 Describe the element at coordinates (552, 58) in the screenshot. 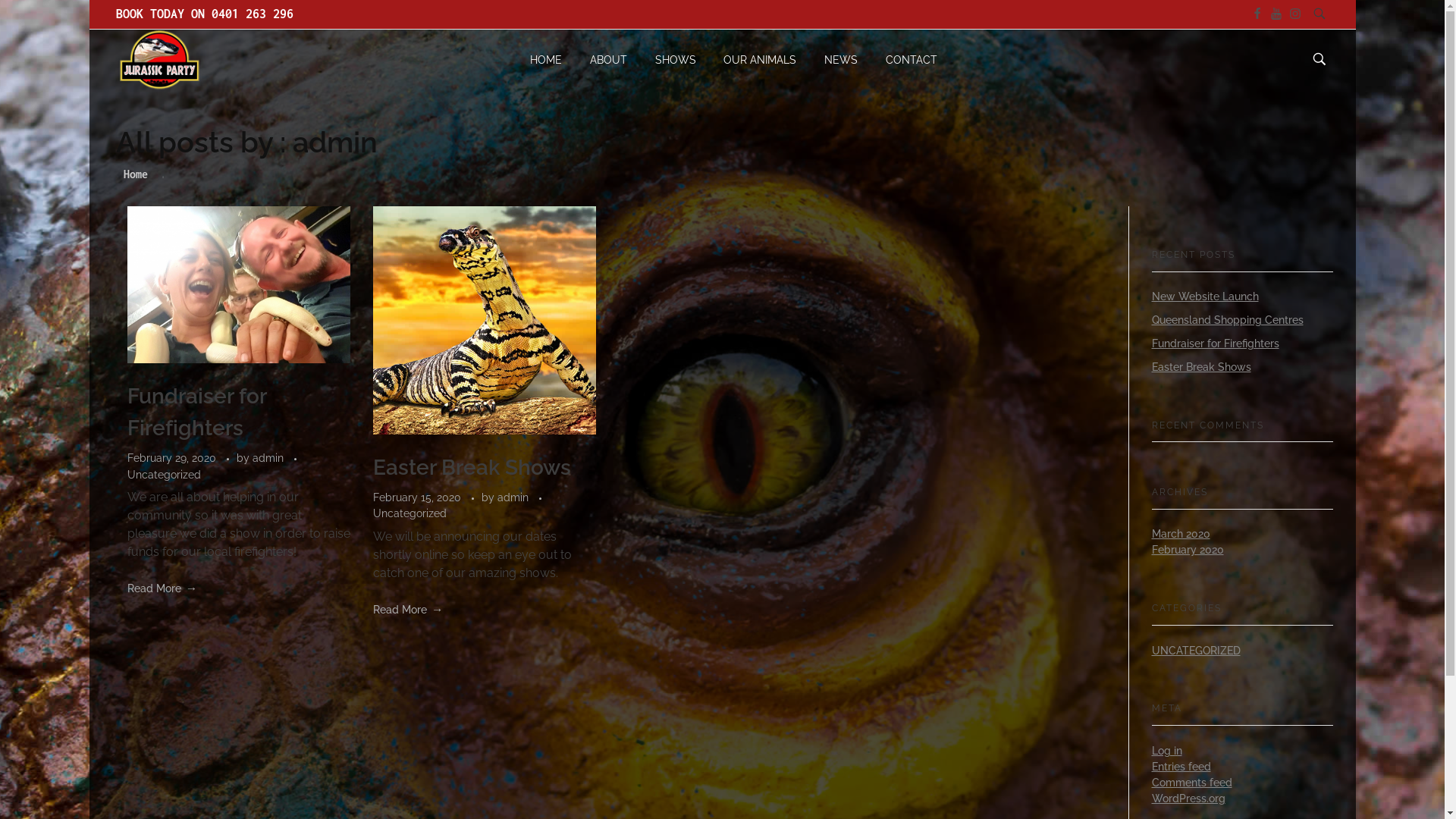

I see `'HOME'` at that location.